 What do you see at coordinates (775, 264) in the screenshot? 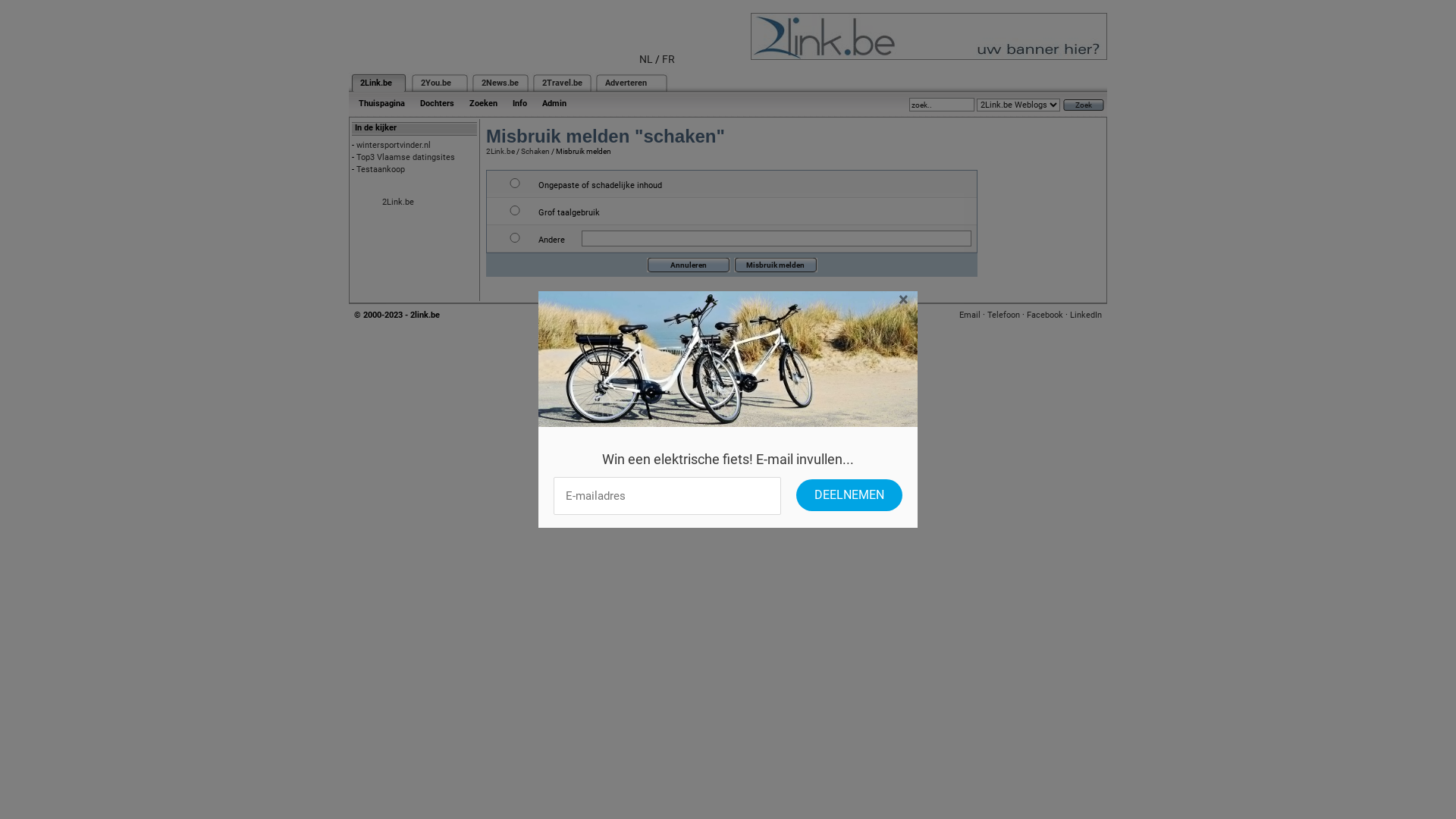
I see `'Misbruik melden'` at bounding box center [775, 264].